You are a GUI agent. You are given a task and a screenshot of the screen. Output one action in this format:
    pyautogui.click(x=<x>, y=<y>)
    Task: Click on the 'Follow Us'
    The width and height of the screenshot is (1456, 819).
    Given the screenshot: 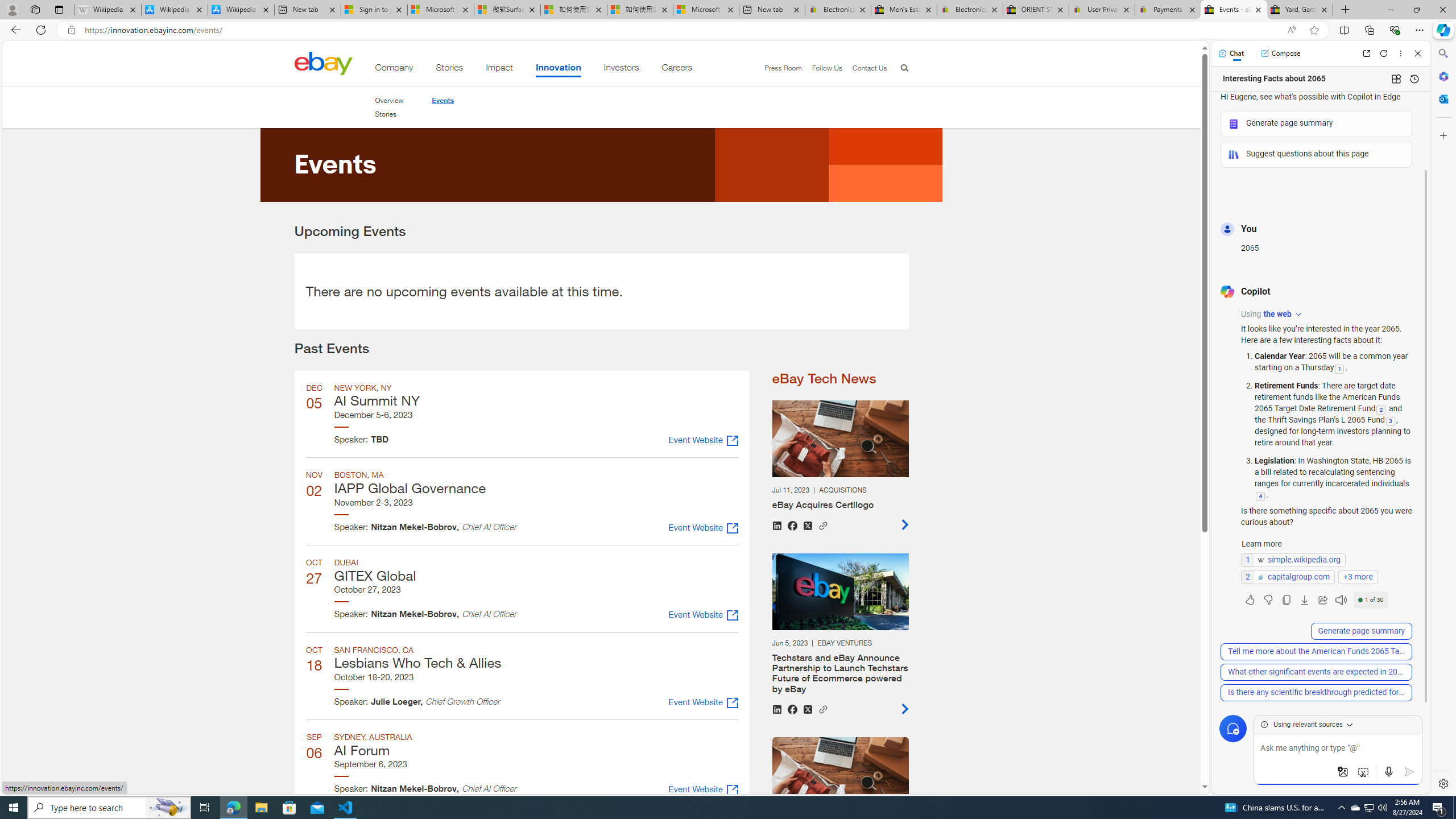 What is the action you would take?
    pyautogui.click(x=821, y=68)
    